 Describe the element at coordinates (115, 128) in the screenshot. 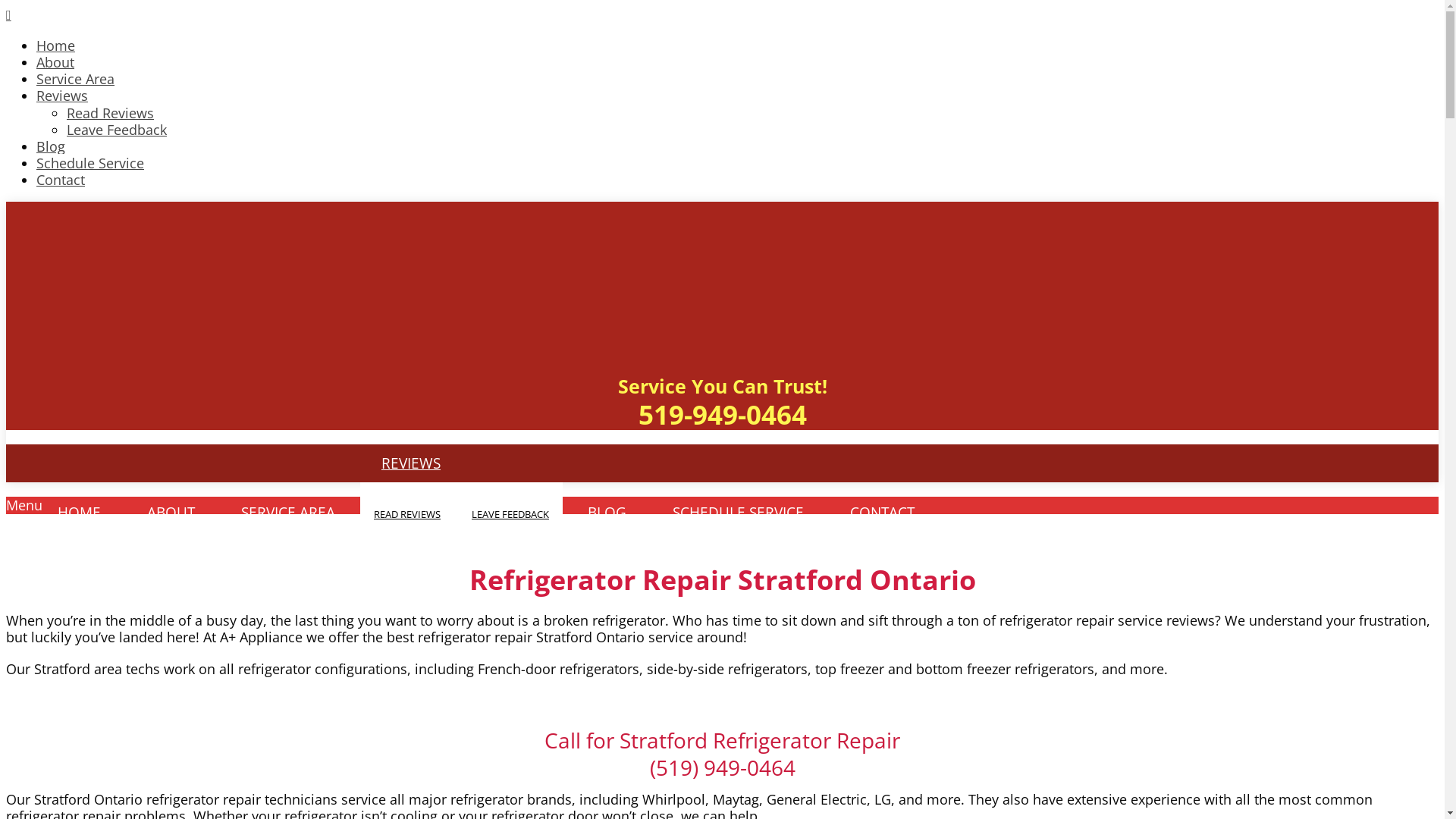

I see `'Leave Feedback'` at that location.